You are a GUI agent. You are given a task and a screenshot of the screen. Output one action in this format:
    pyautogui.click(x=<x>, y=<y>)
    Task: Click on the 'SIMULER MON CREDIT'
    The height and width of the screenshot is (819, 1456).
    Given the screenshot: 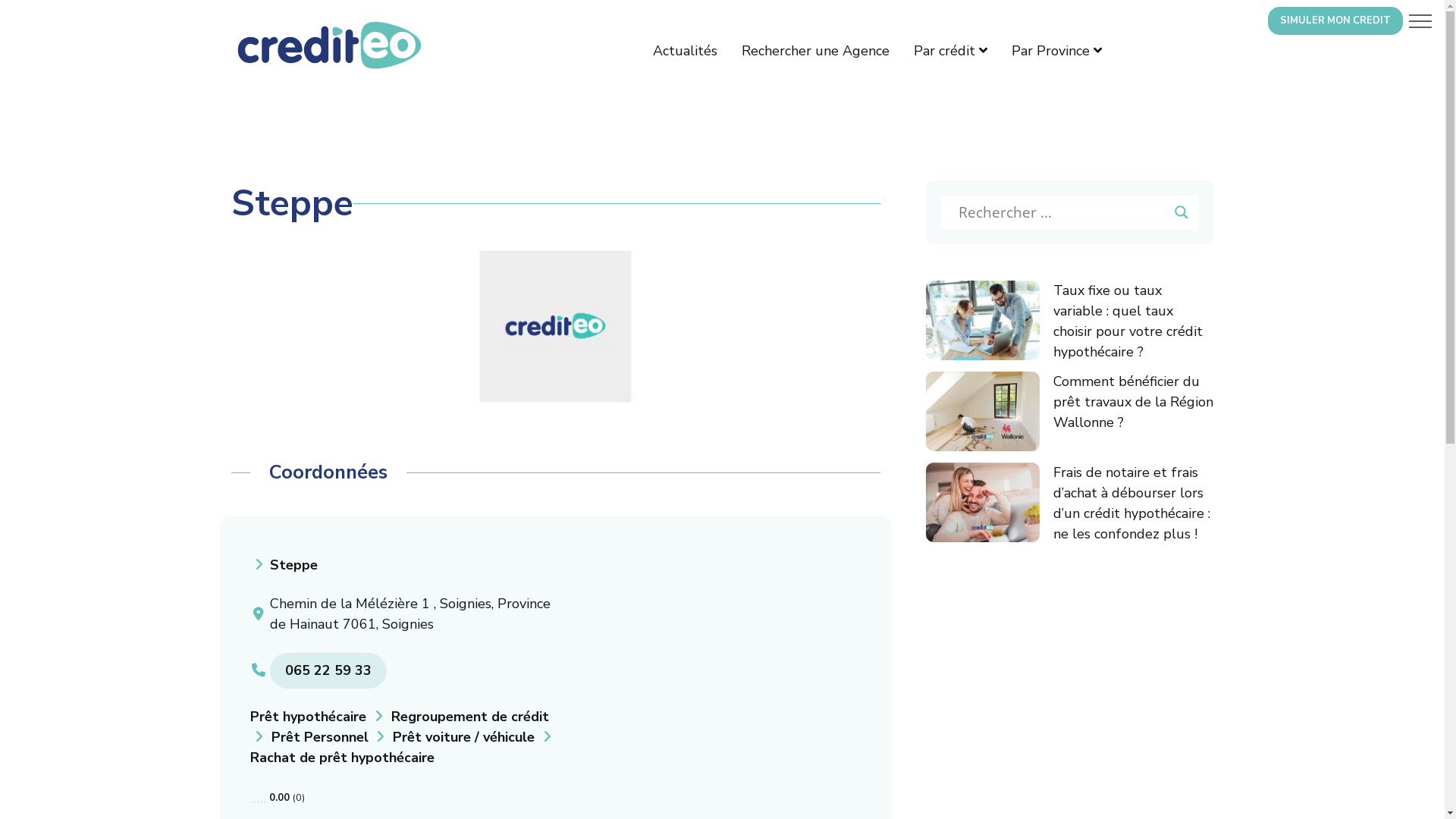 What is the action you would take?
    pyautogui.click(x=1335, y=20)
    